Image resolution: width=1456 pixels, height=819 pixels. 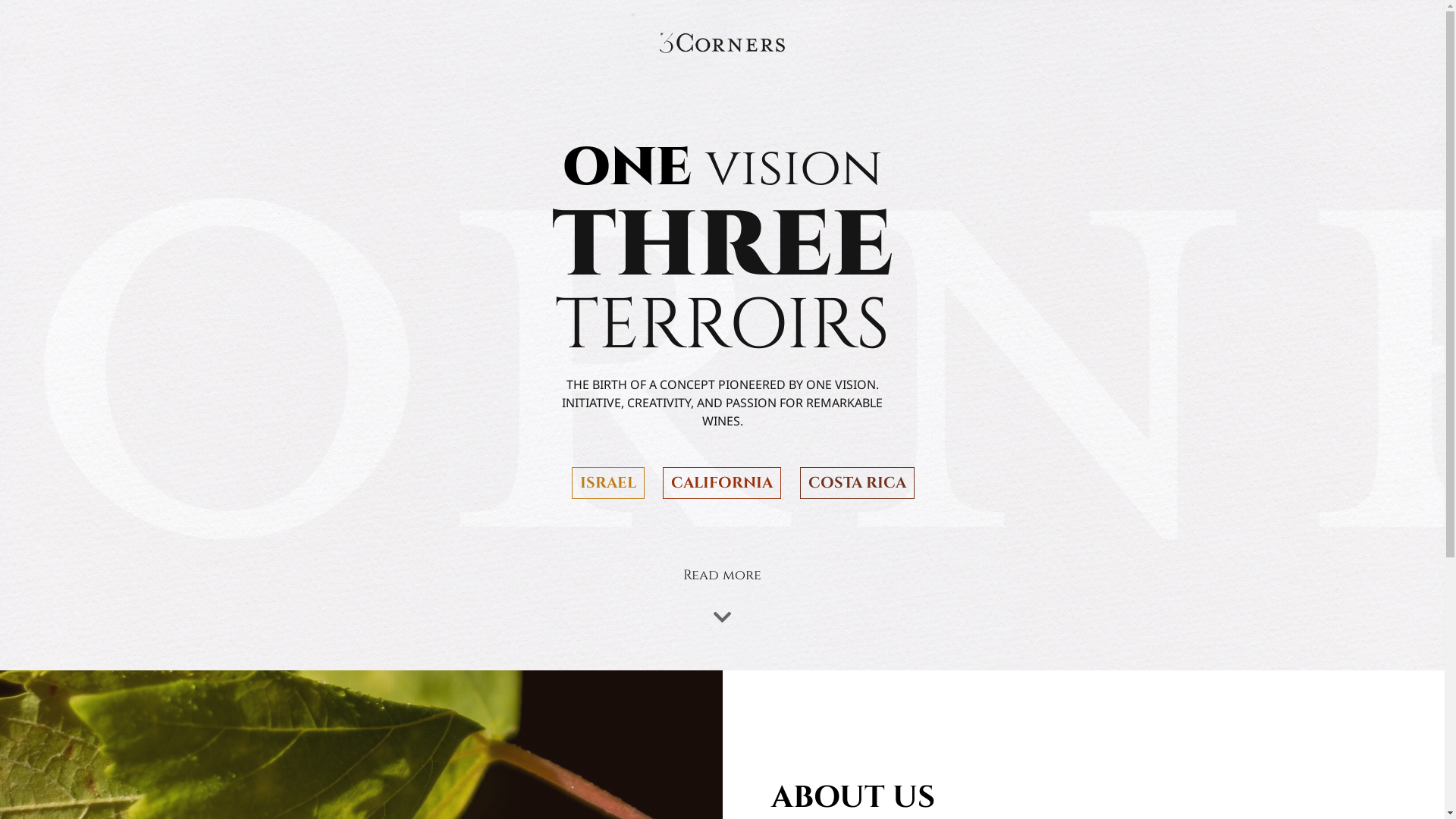 I want to click on 'COSTA RICA', so click(x=857, y=482).